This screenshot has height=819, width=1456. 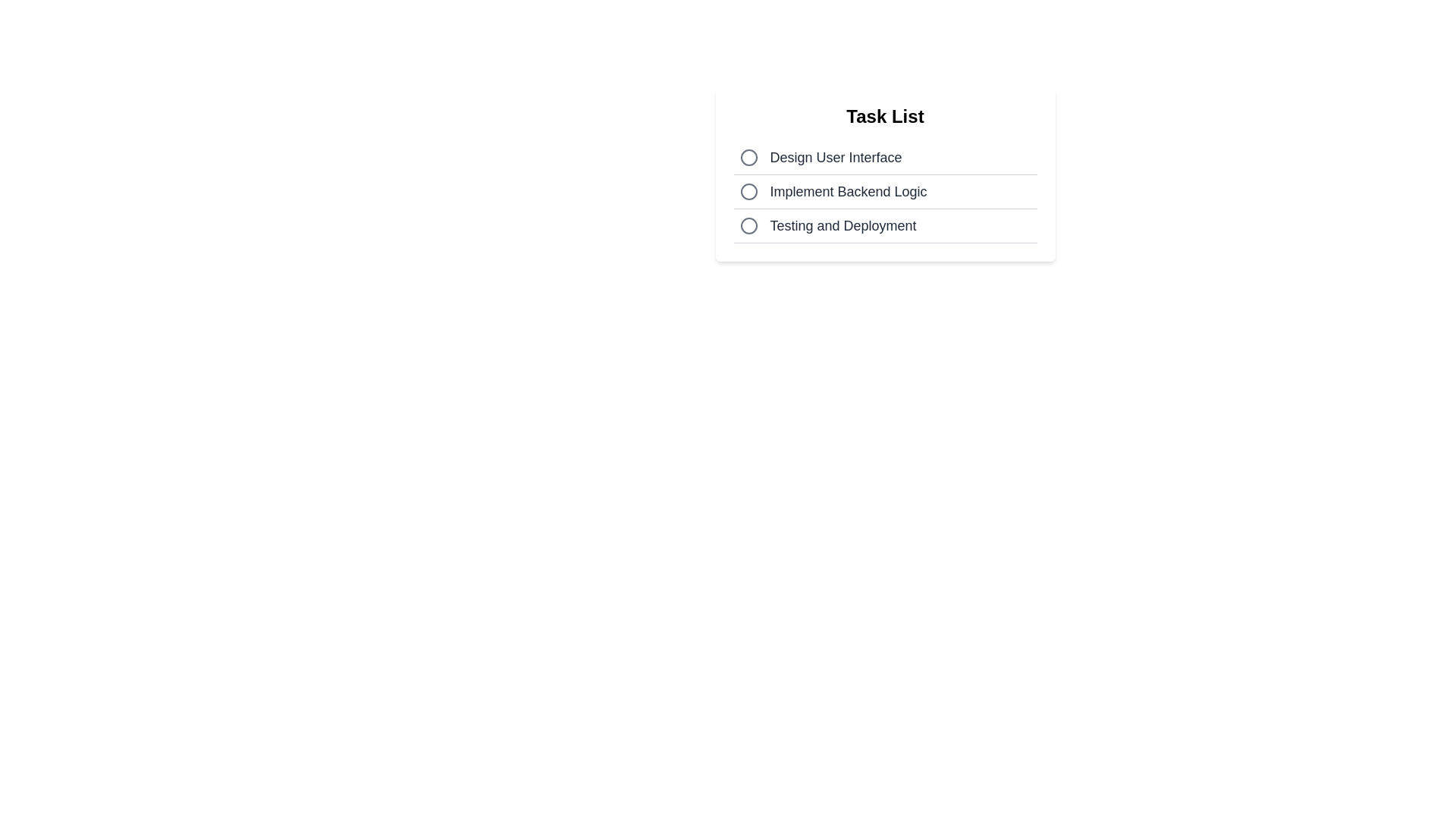 What do you see at coordinates (748, 225) in the screenshot?
I see `the Circle icon representing the status of the corresponding task located near the left side of the third list item in the vertical task list` at bounding box center [748, 225].